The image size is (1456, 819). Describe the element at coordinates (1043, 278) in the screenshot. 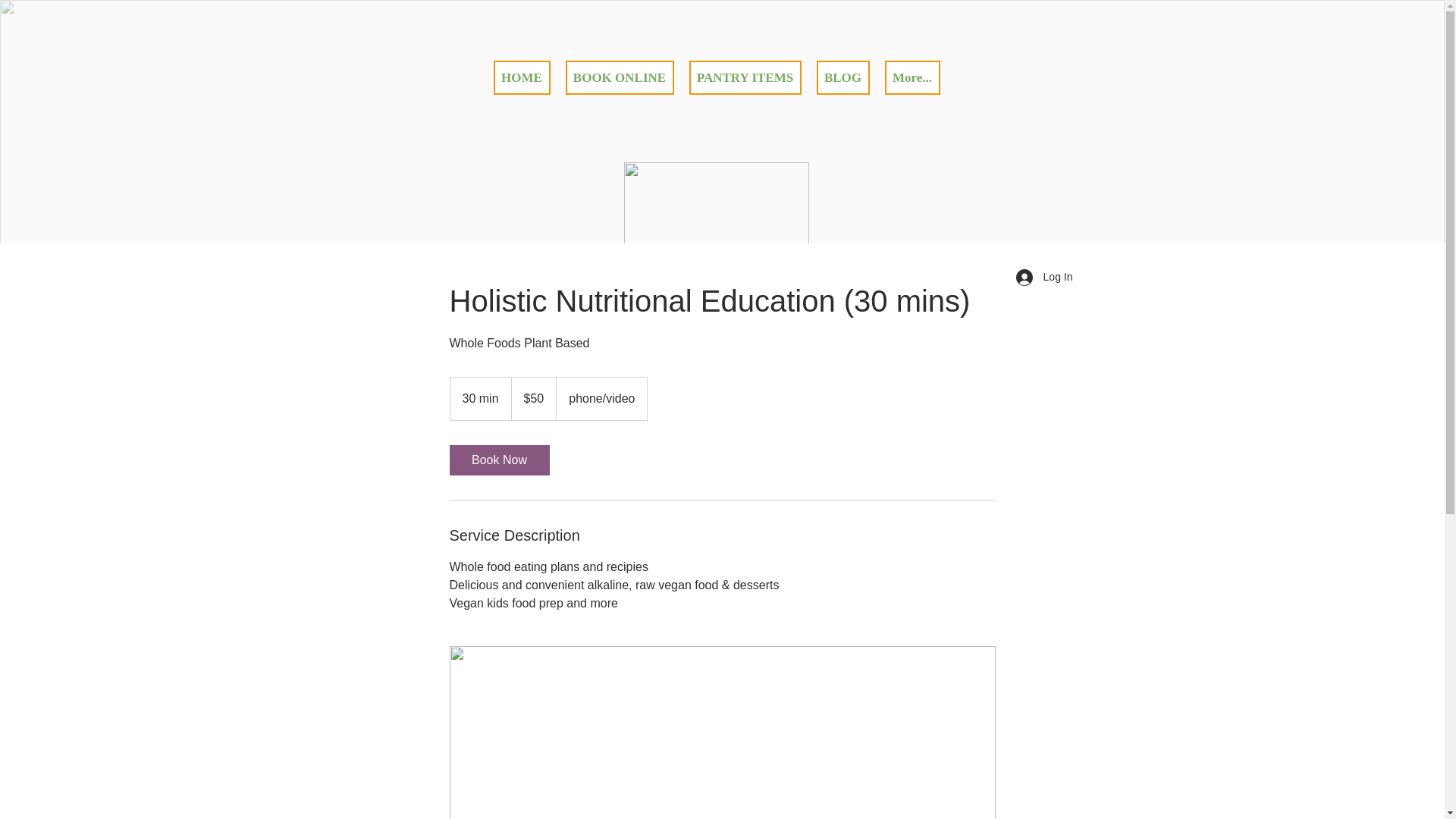

I see `'Log In'` at that location.